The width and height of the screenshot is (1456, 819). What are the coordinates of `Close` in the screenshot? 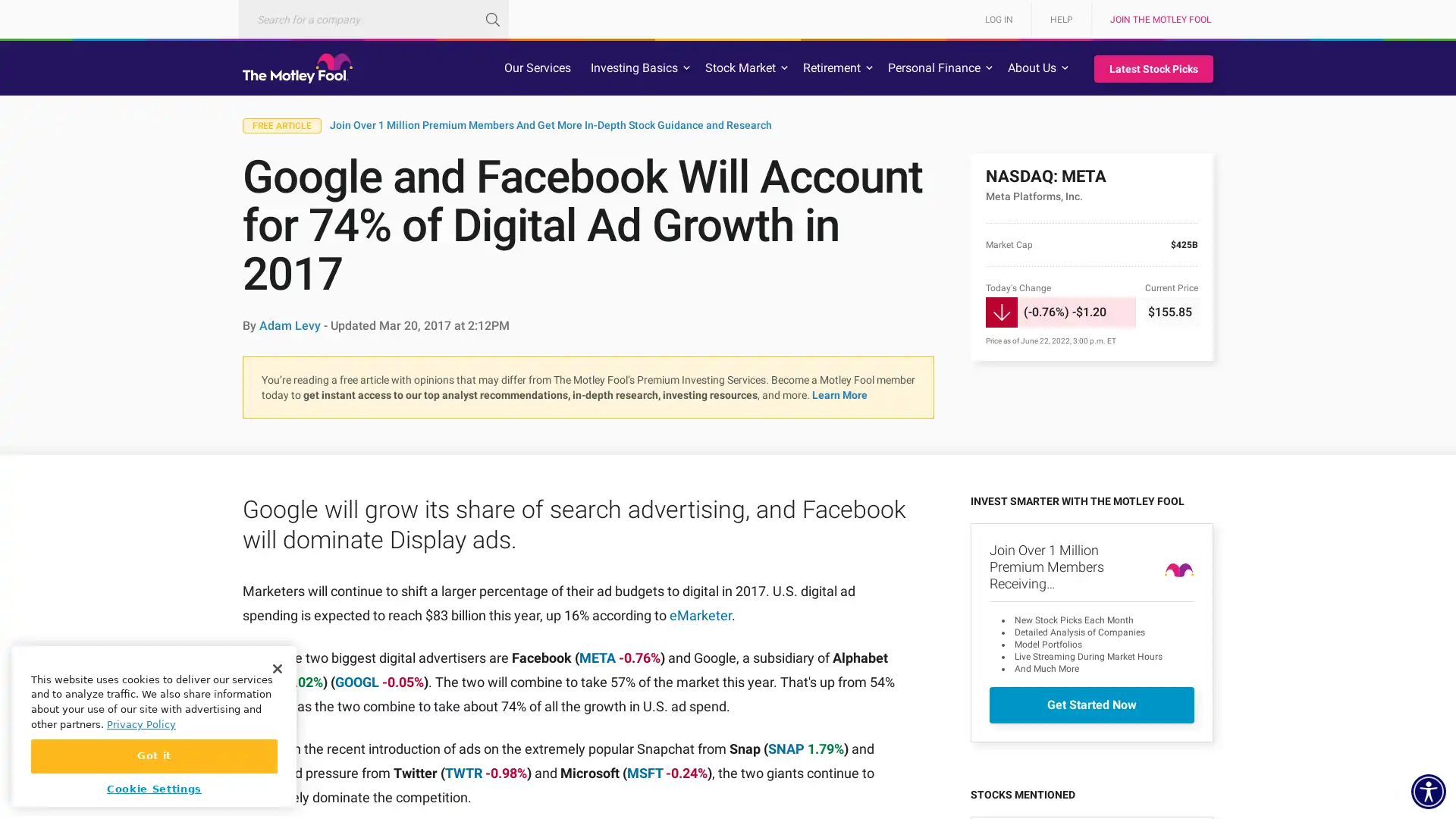 It's located at (277, 667).